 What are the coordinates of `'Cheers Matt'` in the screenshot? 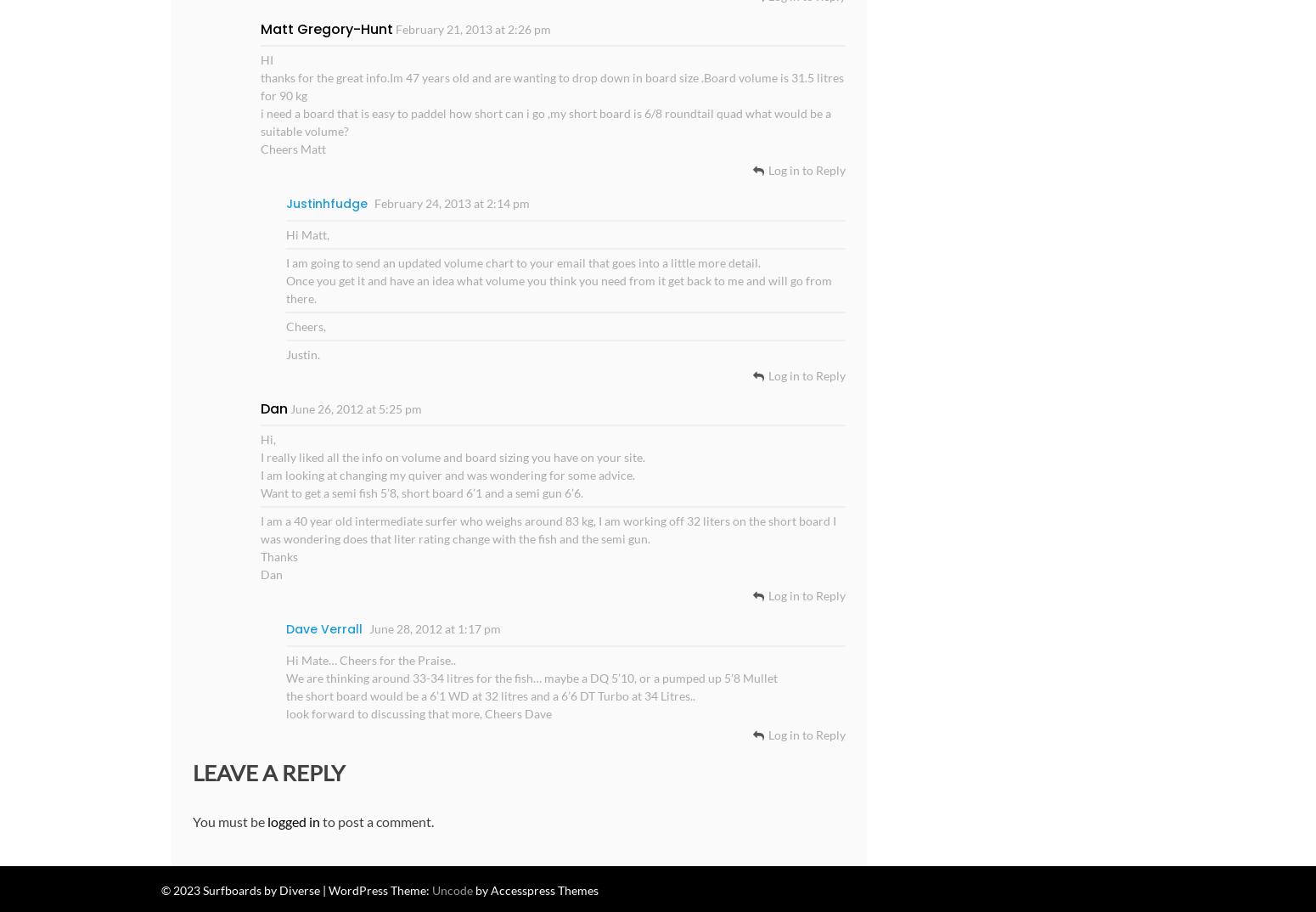 It's located at (291, 148).